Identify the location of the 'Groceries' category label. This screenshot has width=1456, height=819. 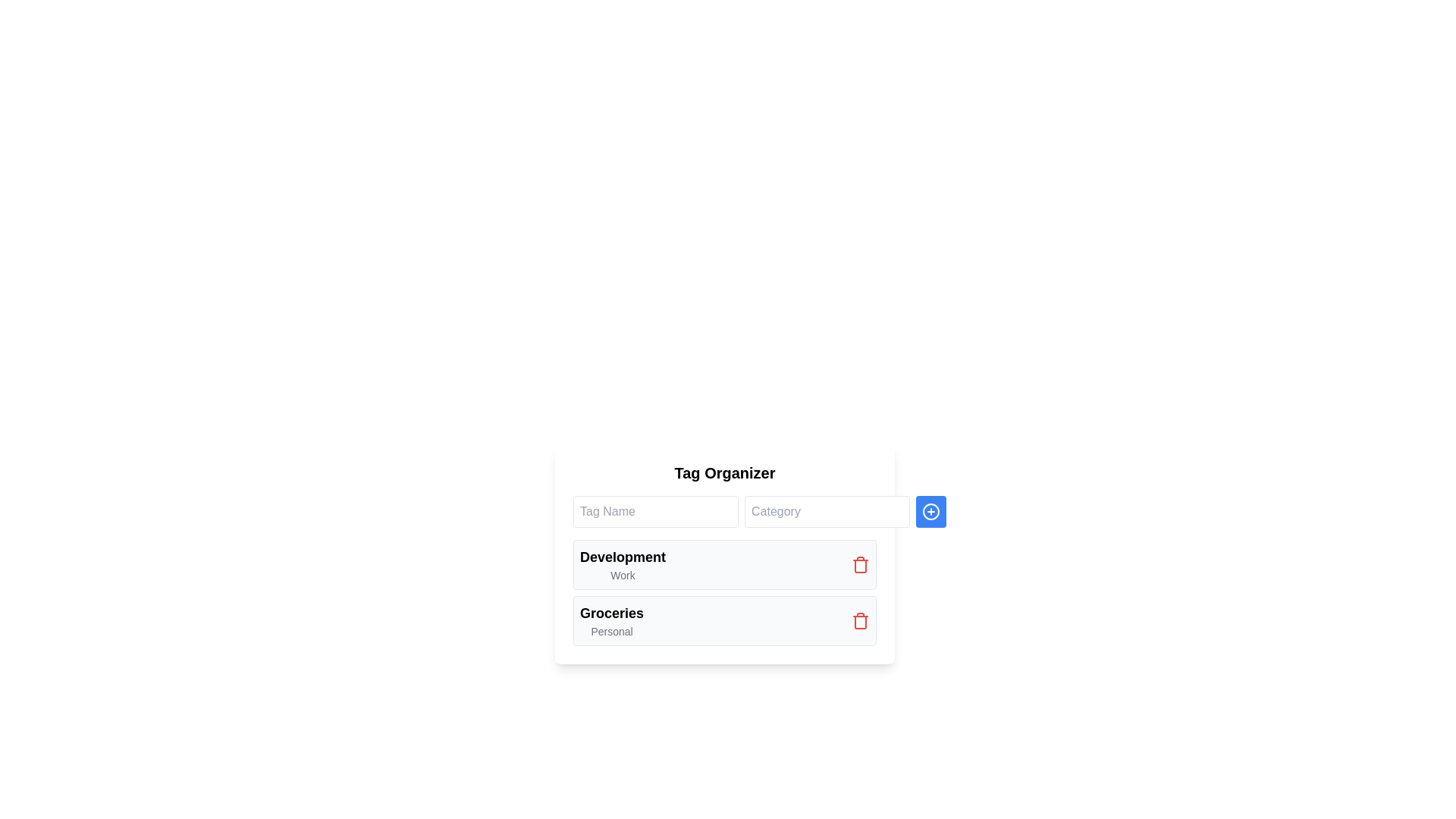
(611, 613).